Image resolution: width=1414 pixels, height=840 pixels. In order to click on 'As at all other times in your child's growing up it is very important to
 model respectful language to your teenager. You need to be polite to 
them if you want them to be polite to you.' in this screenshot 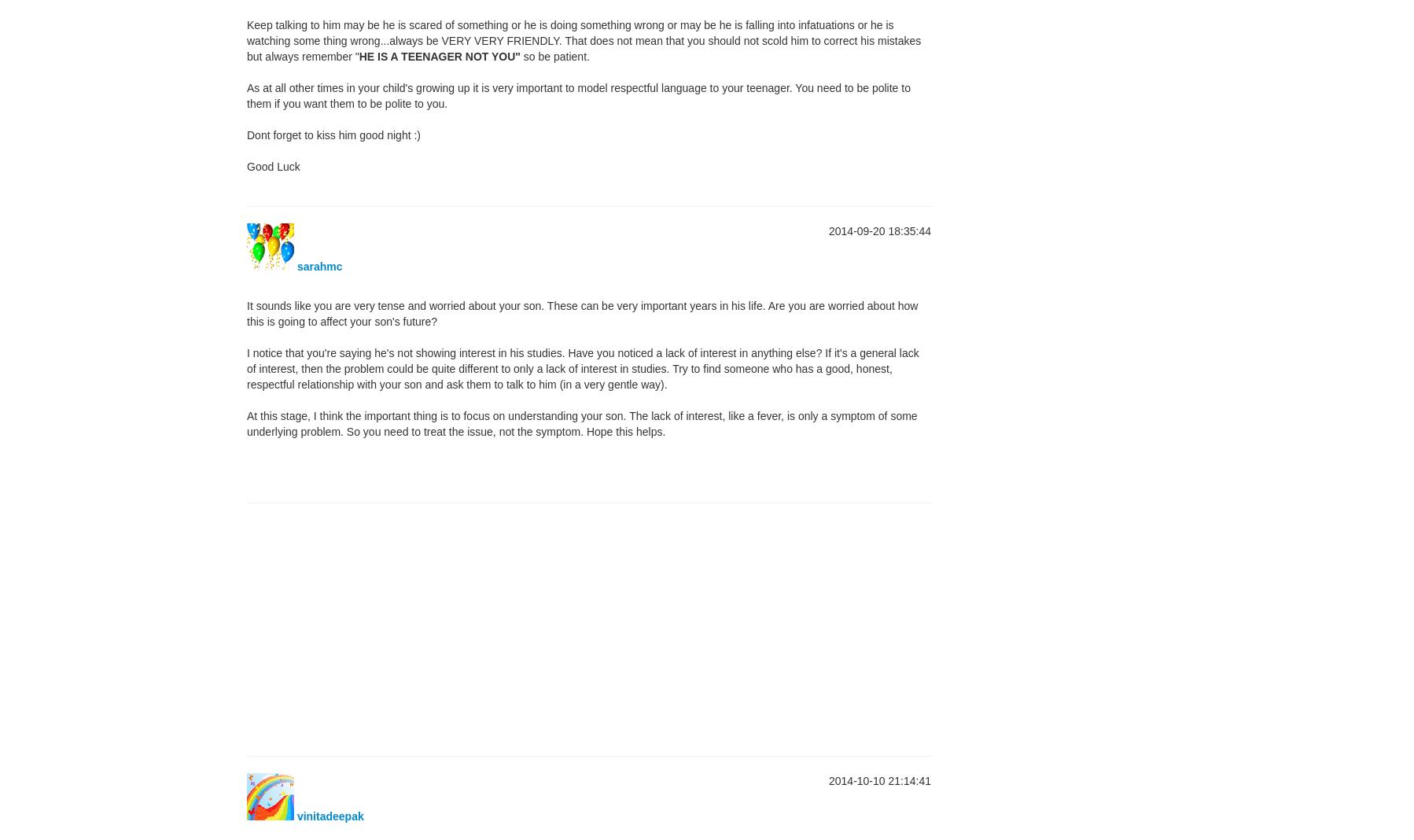, I will do `click(577, 94)`.